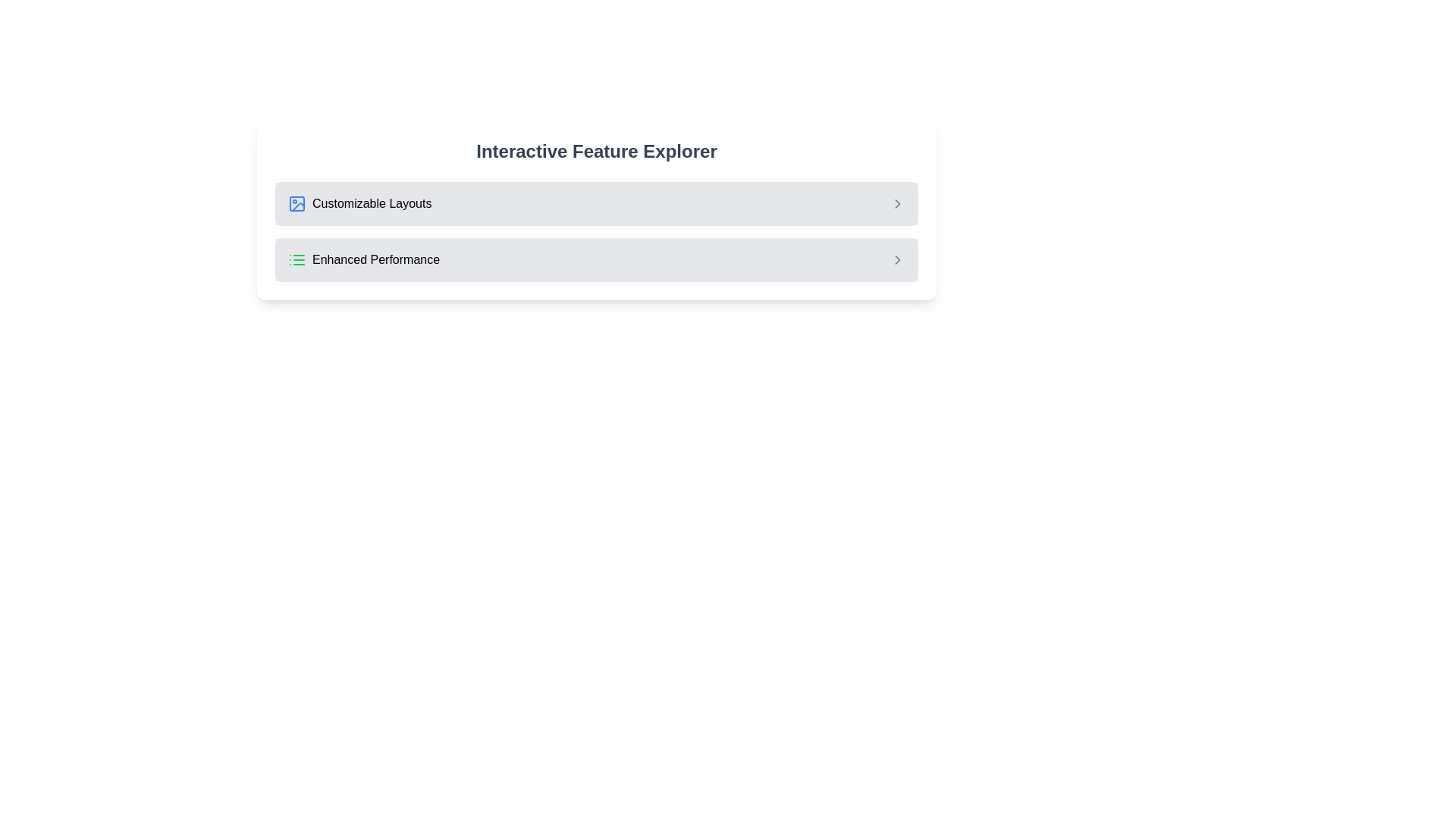 The width and height of the screenshot is (1456, 819). I want to click on the 'Customizable Layouts' list item, which is the first item under the 'Interactive Feature Explorer' header, so click(359, 203).